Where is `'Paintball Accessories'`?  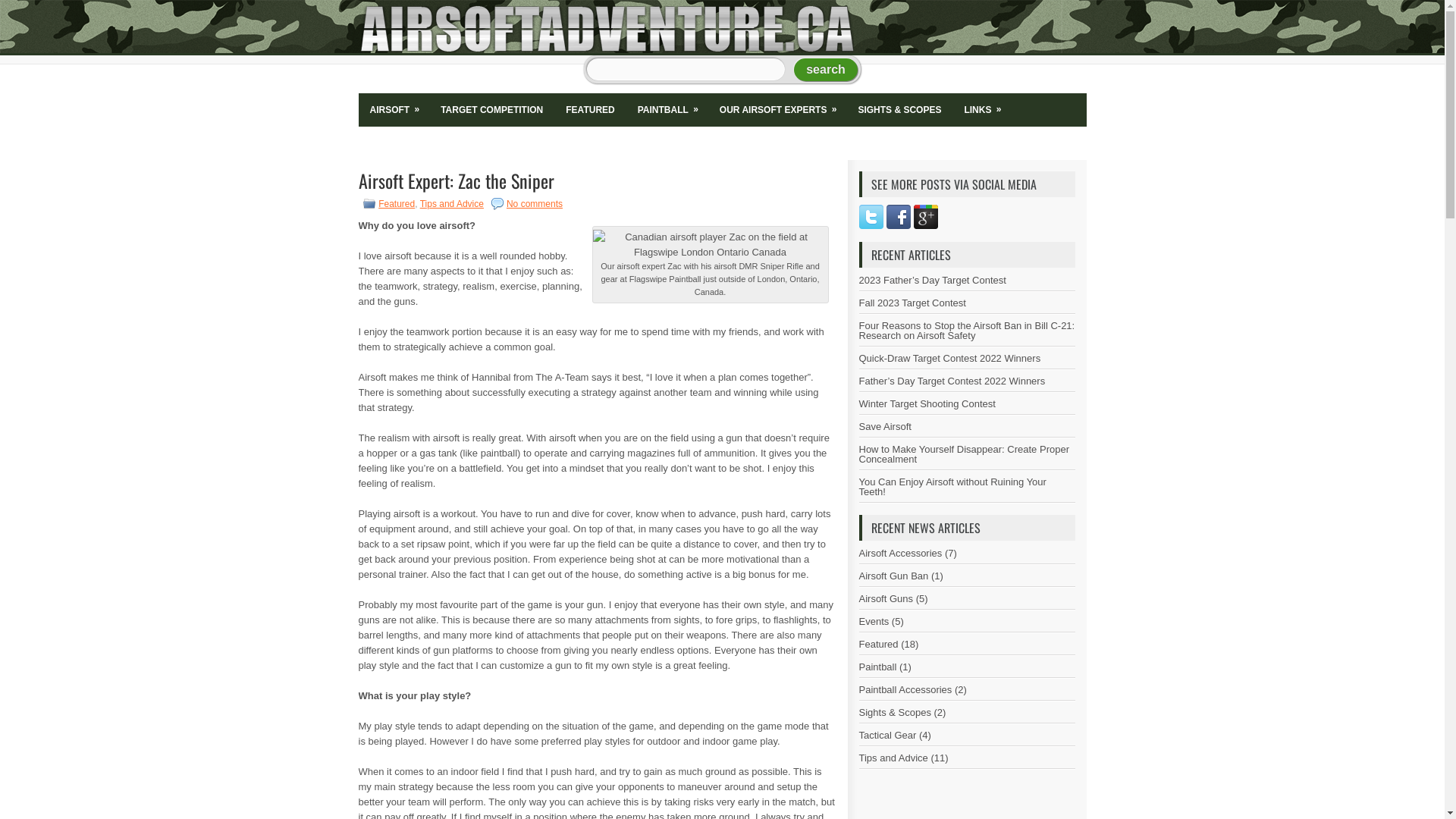 'Paintball Accessories' is located at coordinates (905, 689).